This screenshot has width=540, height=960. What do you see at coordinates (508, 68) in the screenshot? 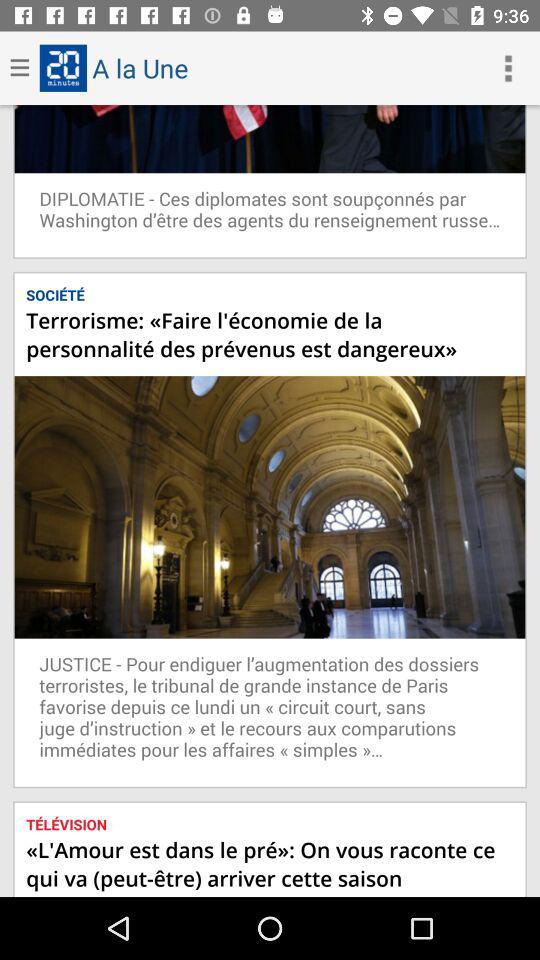
I see `the item to the right of a la une icon` at bounding box center [508, 68].